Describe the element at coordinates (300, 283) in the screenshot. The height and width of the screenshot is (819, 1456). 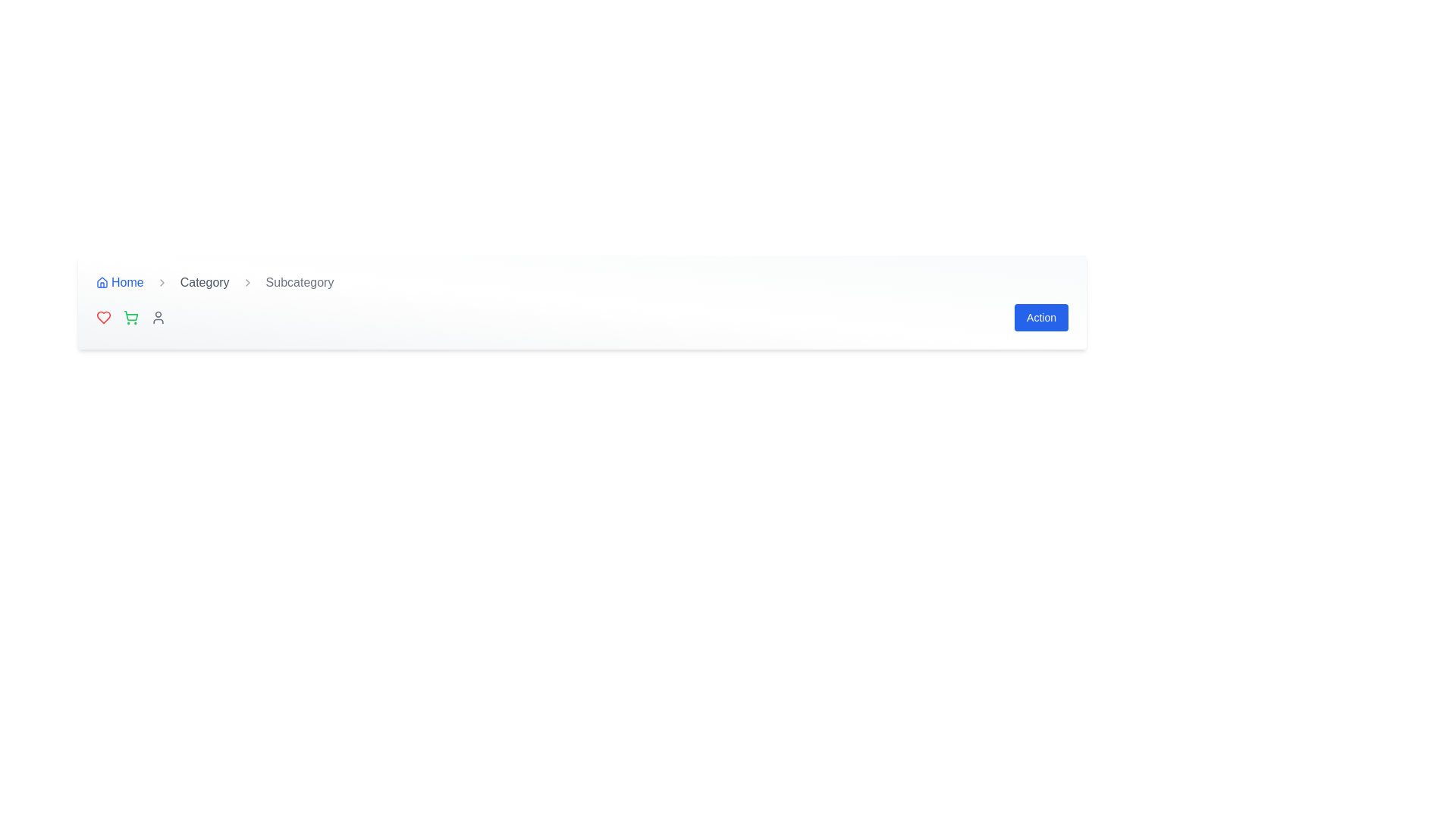
I see `the 'Subcategory' static text label in the breadcrumb navigation bar, which is displayed in gray color and rendered in a sans-serif font` at that location.